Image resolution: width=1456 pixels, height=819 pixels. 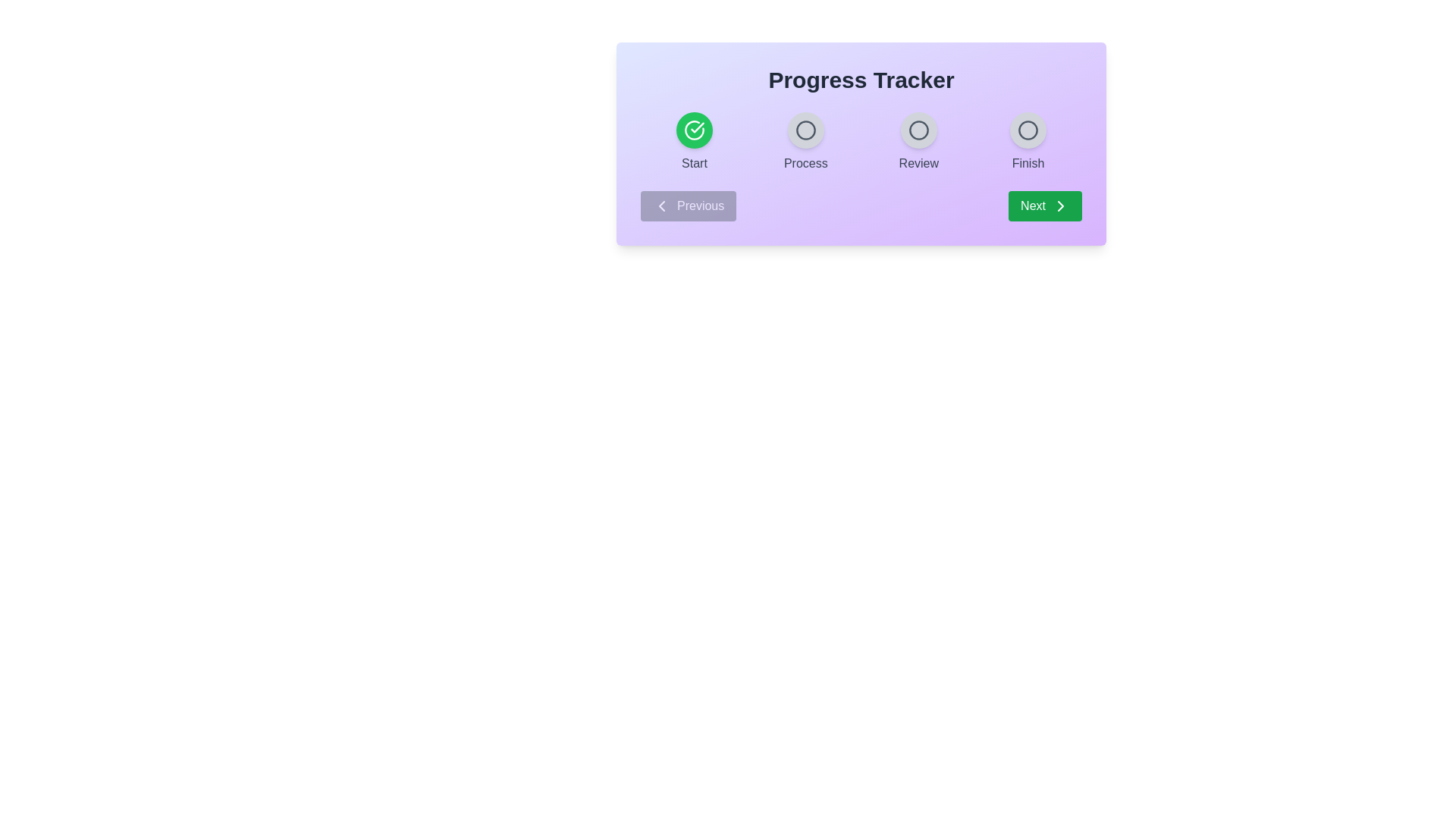 I want to click on the state of the circular progress step button located above the 'Review' text in the progress tracker UI, so click(x=918, y=130).